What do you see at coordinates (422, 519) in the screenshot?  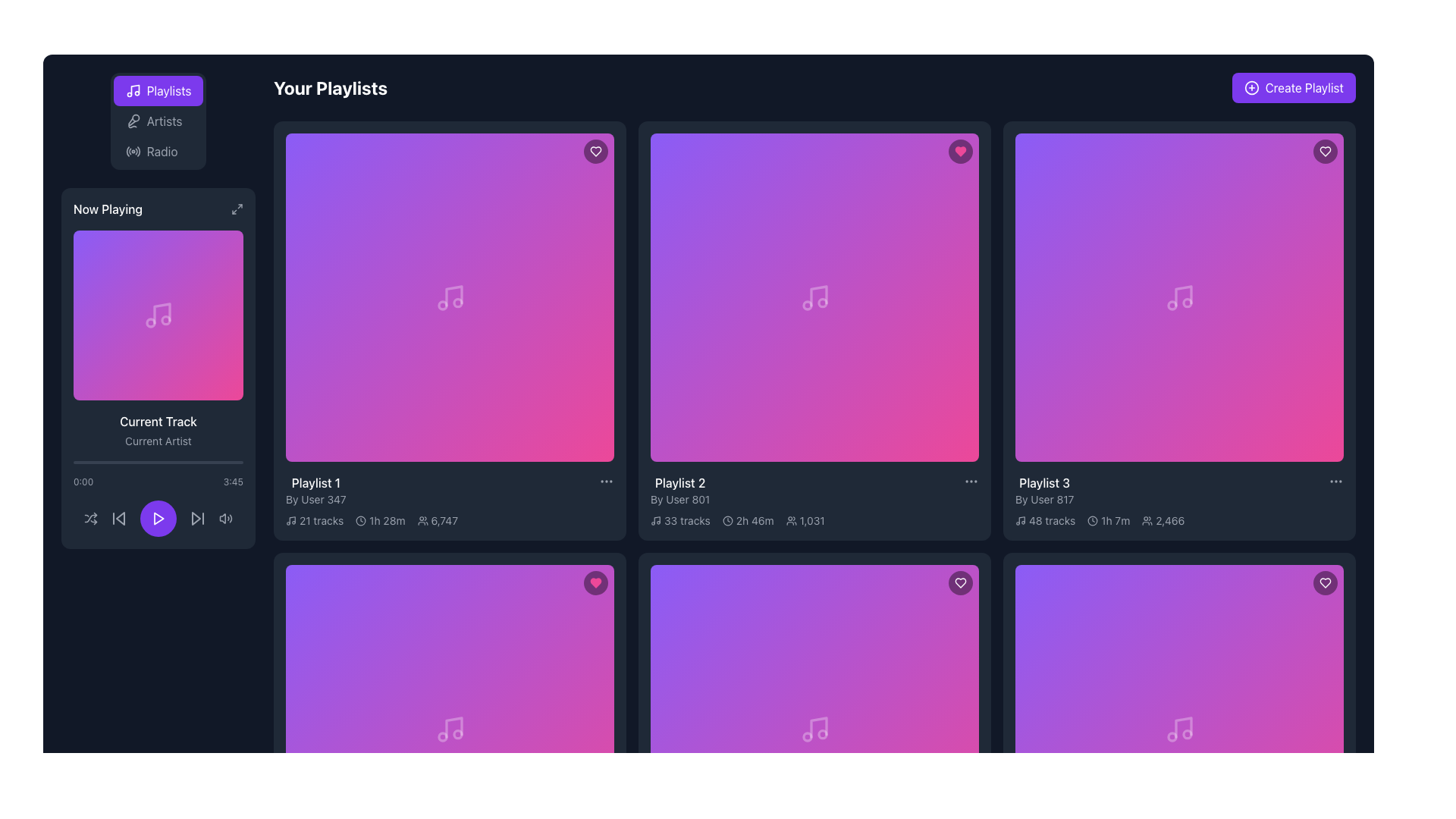 I see `the user icon, which is a minimalistic outline depicting a group of people, located in the lower part of the first playlist card in the grid` at bounding box center [422, 519].